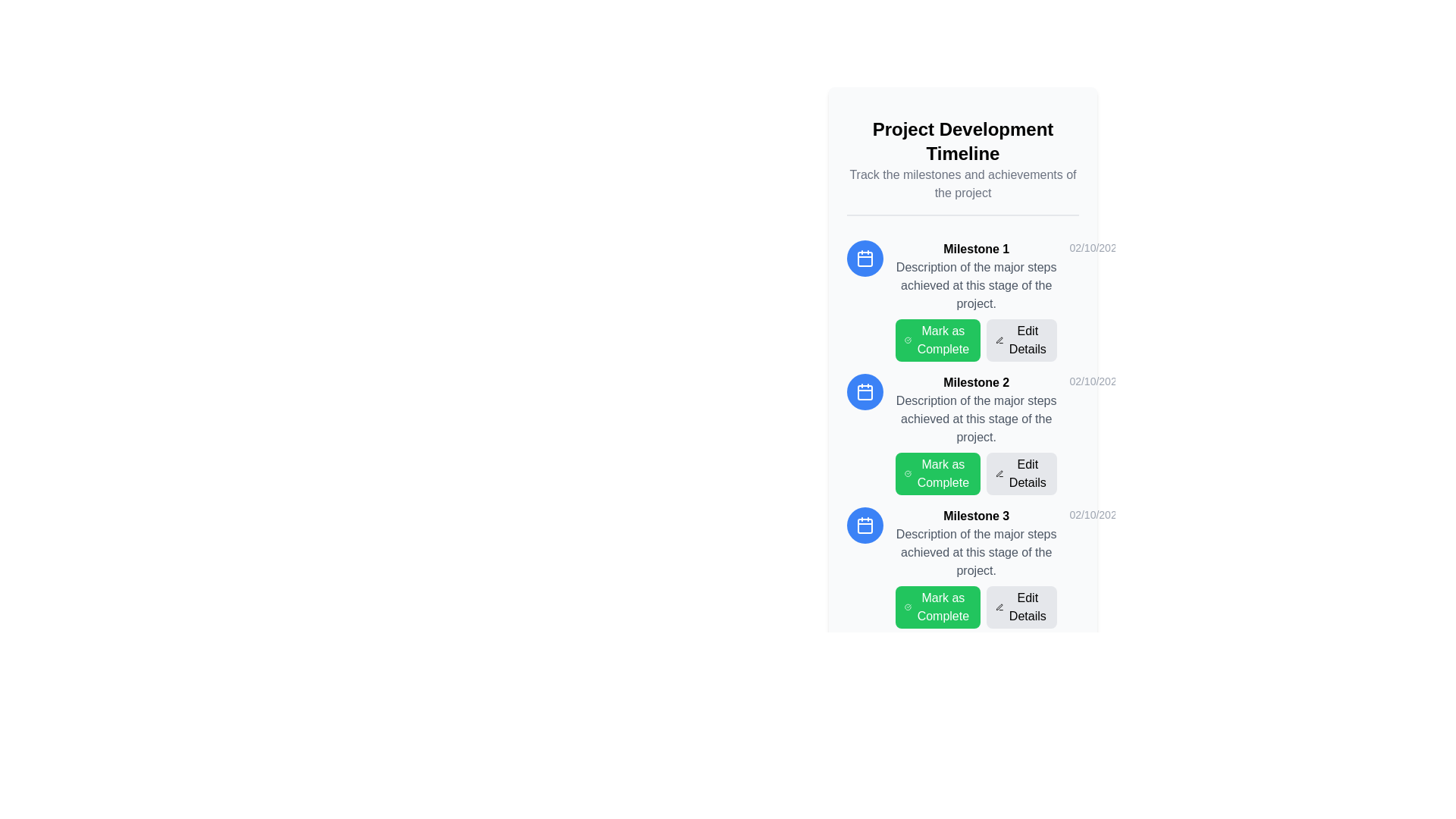 The height and width of the screenshot is (819, 1456). I want to click on the non-interactive date display label for the first milestone in the timeline, located on the right side of the milestone details, so click(1096, 247).